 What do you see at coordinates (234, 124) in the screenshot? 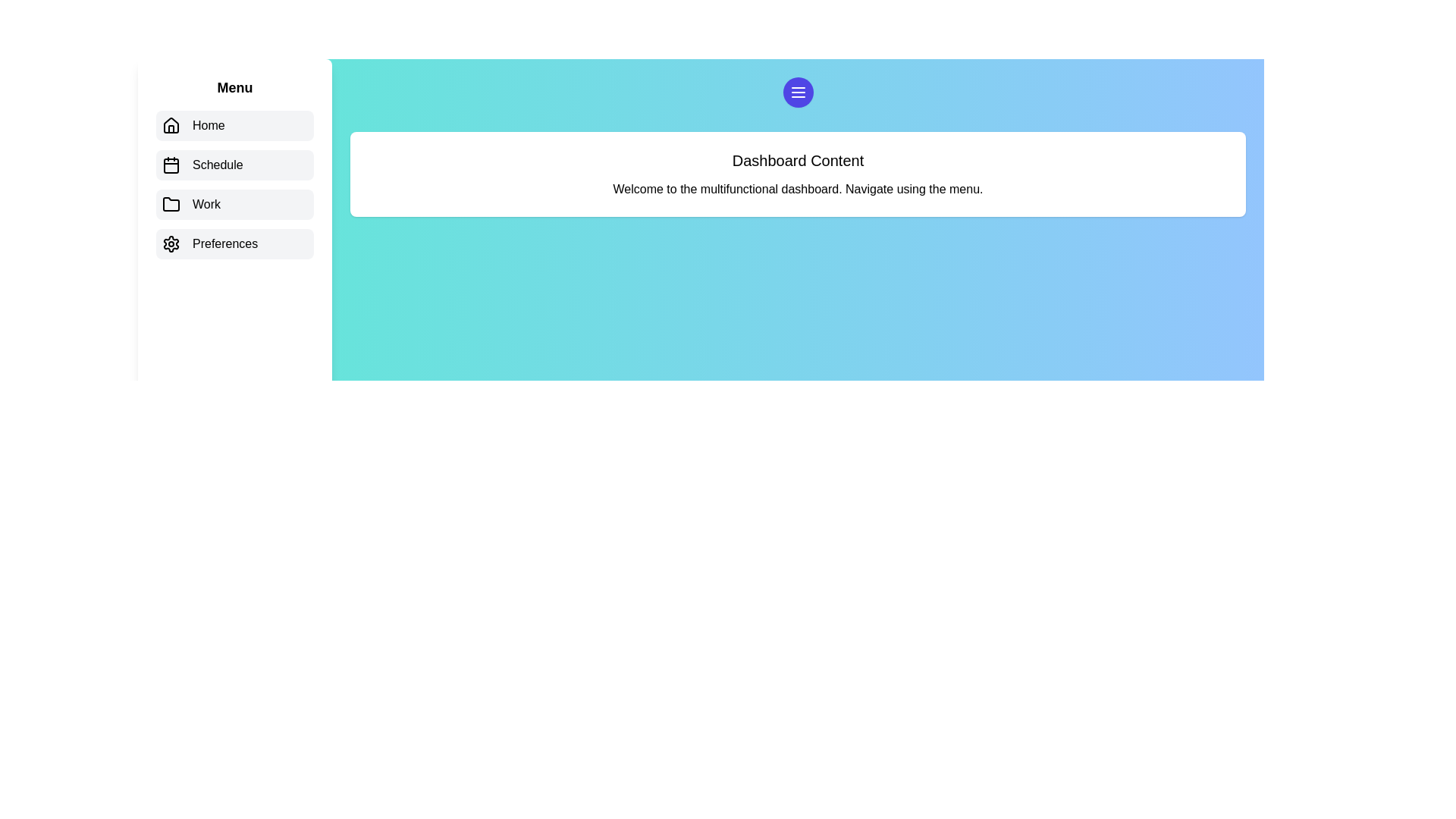
I see `the menu item labeled Home` at bounding box center [234, 124].